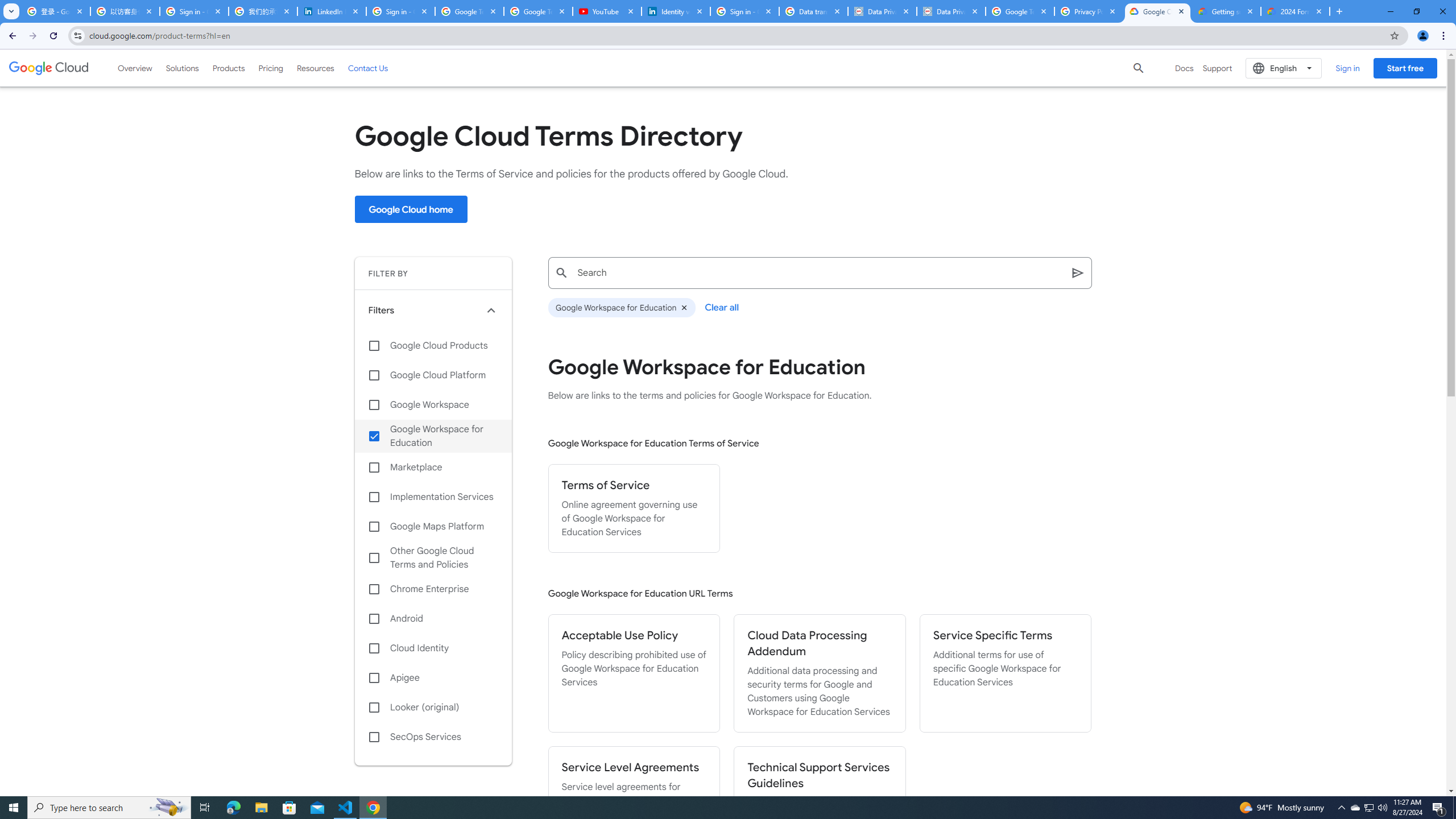  Describe the element at coordinates (433, 468) in the screenshot. I see `'Marketplace'` at that location.